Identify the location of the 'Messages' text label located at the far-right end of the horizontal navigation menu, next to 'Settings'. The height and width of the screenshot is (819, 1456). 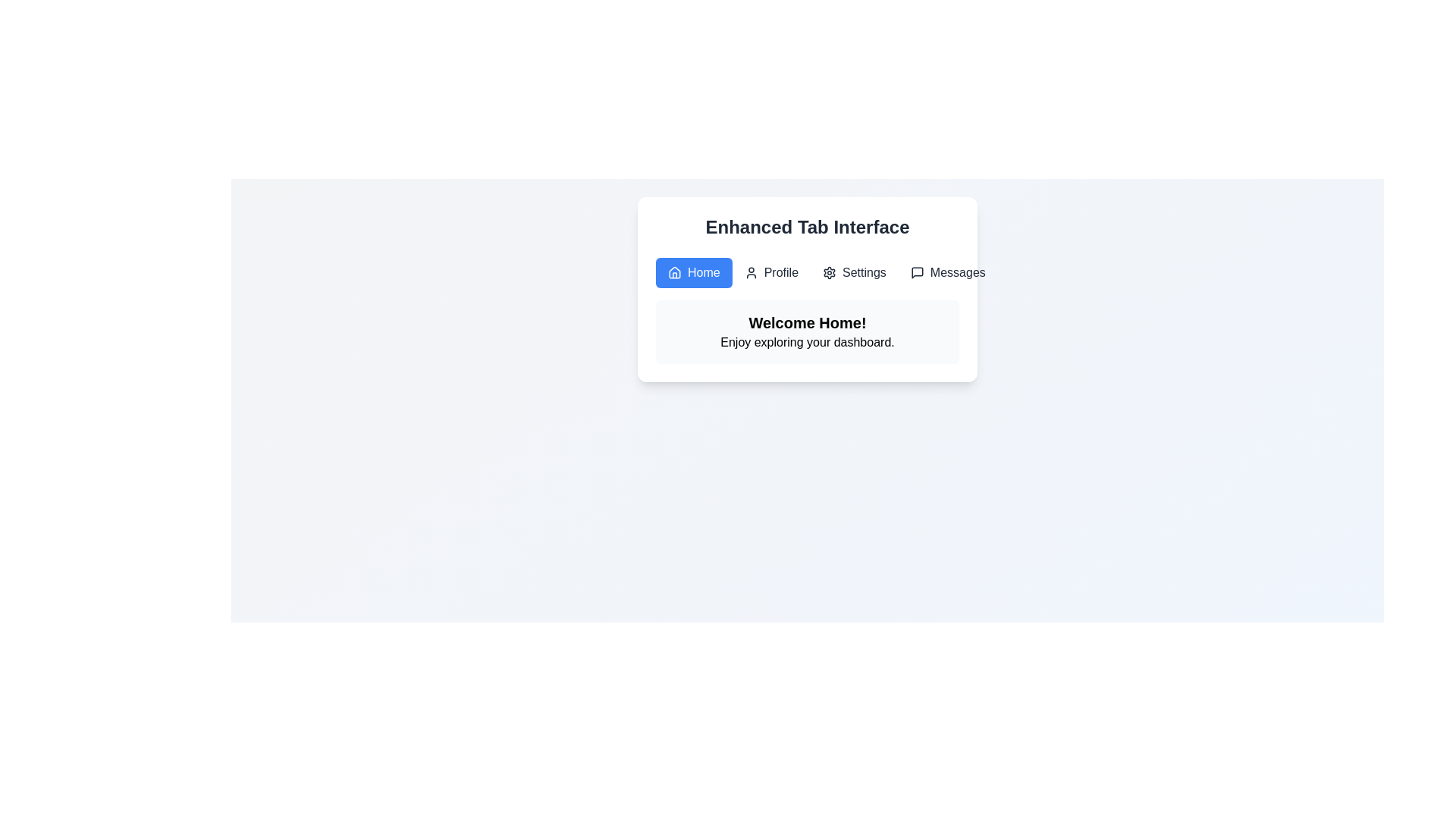
(957, 271).